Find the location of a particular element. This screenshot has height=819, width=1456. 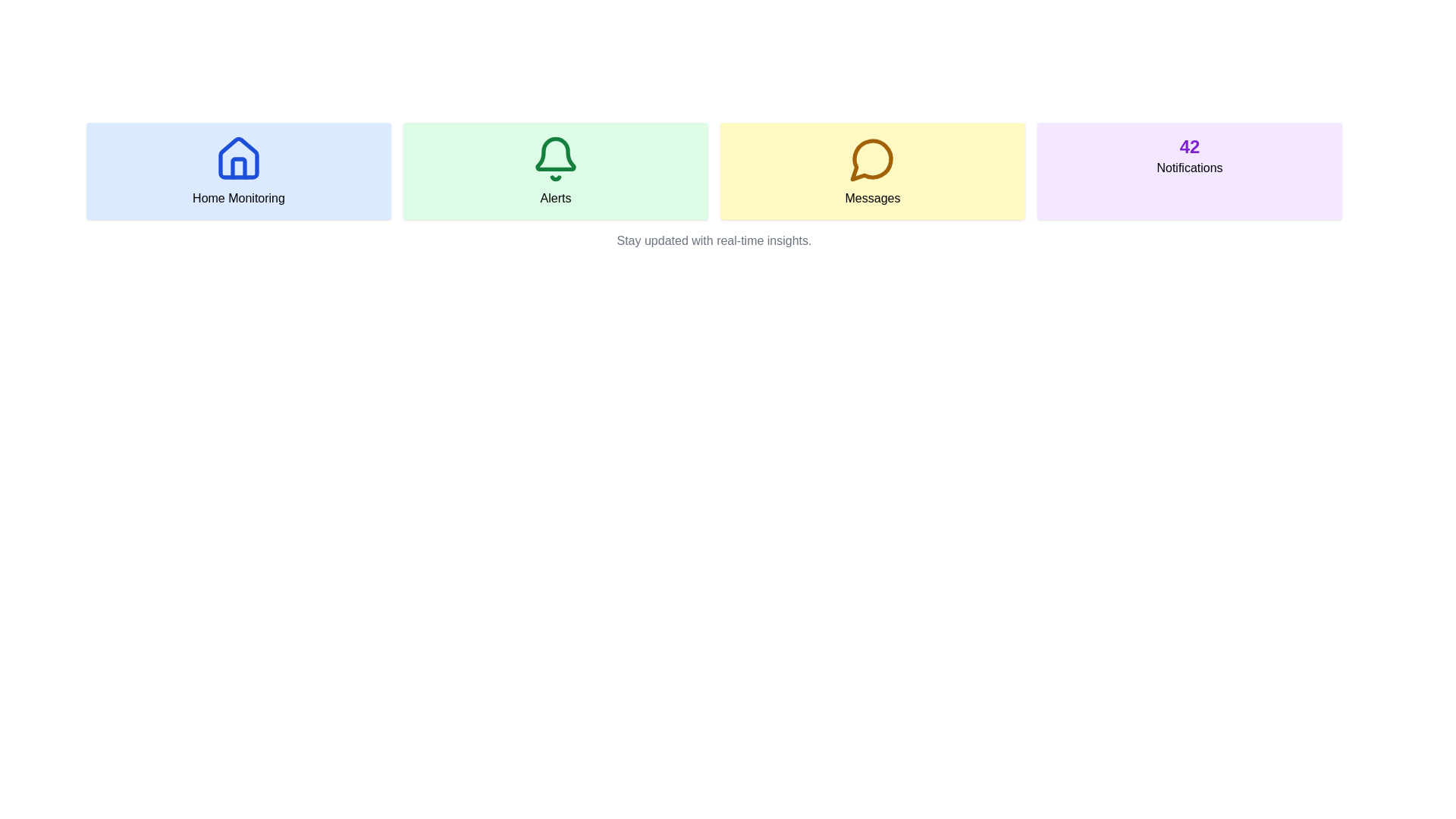

the empty vertical rectangle outline located in the middle of the blue house icon, which is part of the 'Home Monitoring' section is located at coordinates (238, 168).